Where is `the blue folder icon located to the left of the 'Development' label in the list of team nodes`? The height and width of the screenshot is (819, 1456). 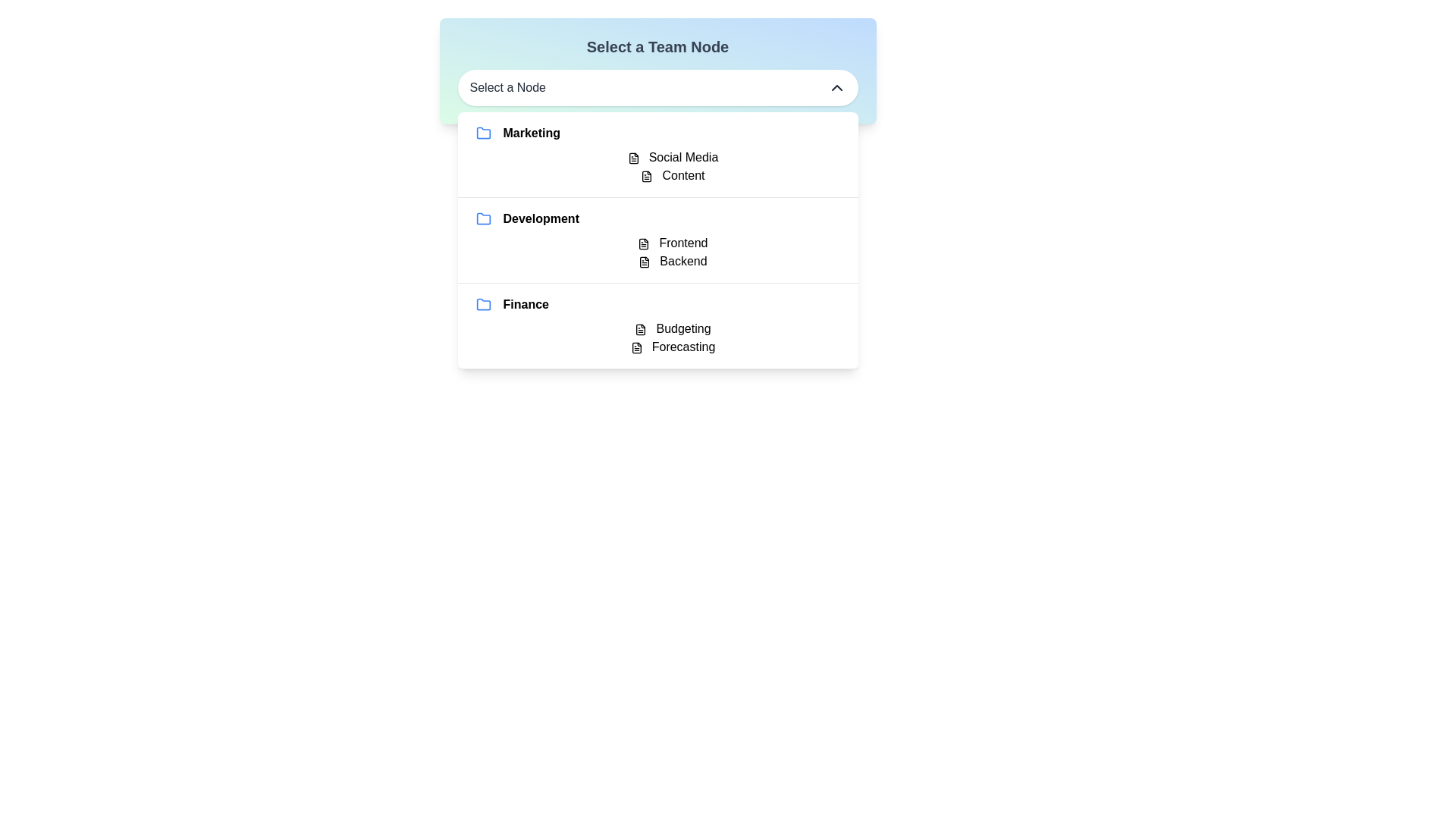 the blue folder icon located to the left of the 'Development' label in the list of team nodes is located at coordinates (482, 219).